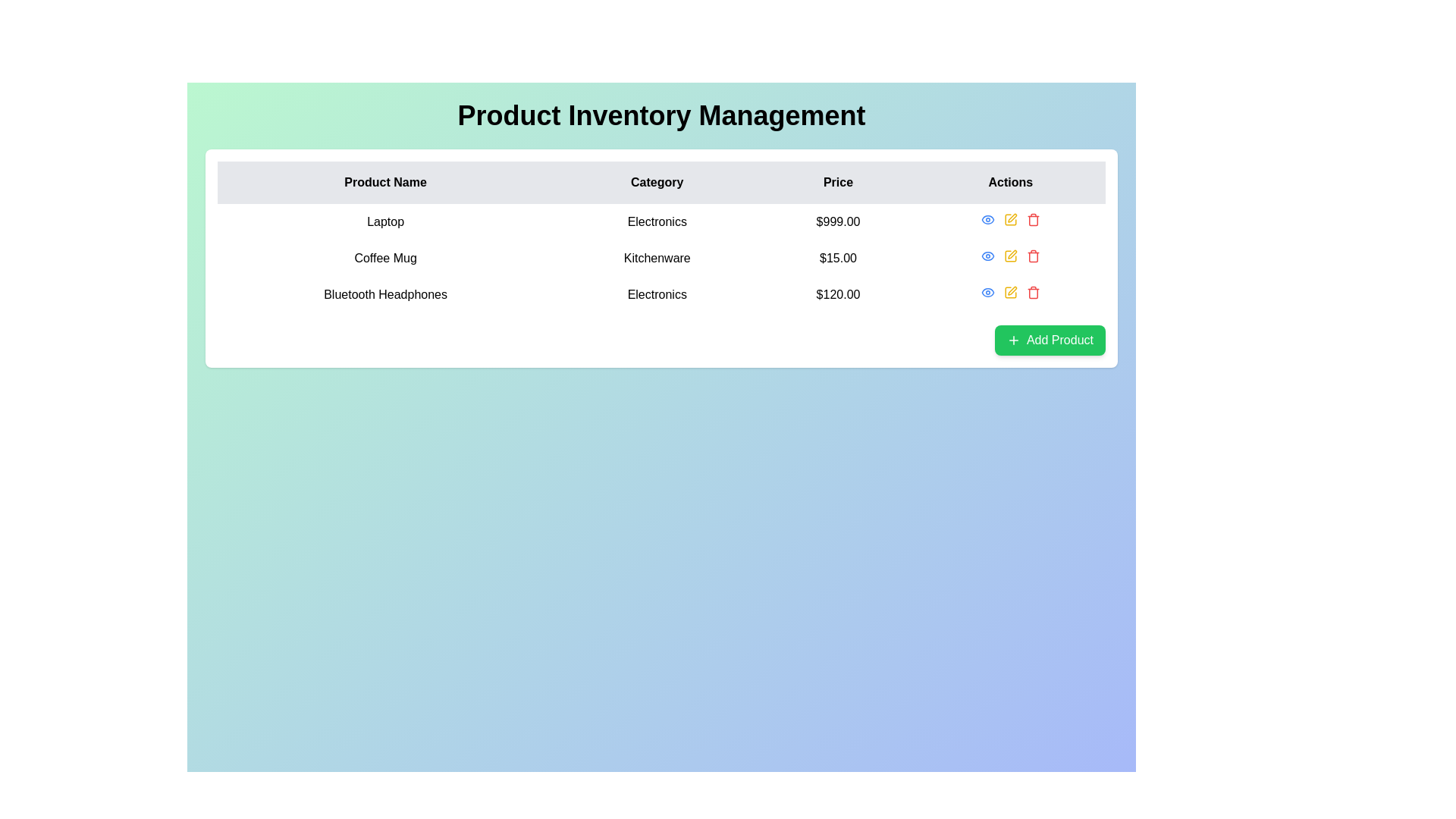  Describe the element at coordinates (385, 295) in the screenshot. I see `the text label displaying 'Bluetooth Headphones' in bold black font, located in the third row under the 'Product Name' header` at that location.